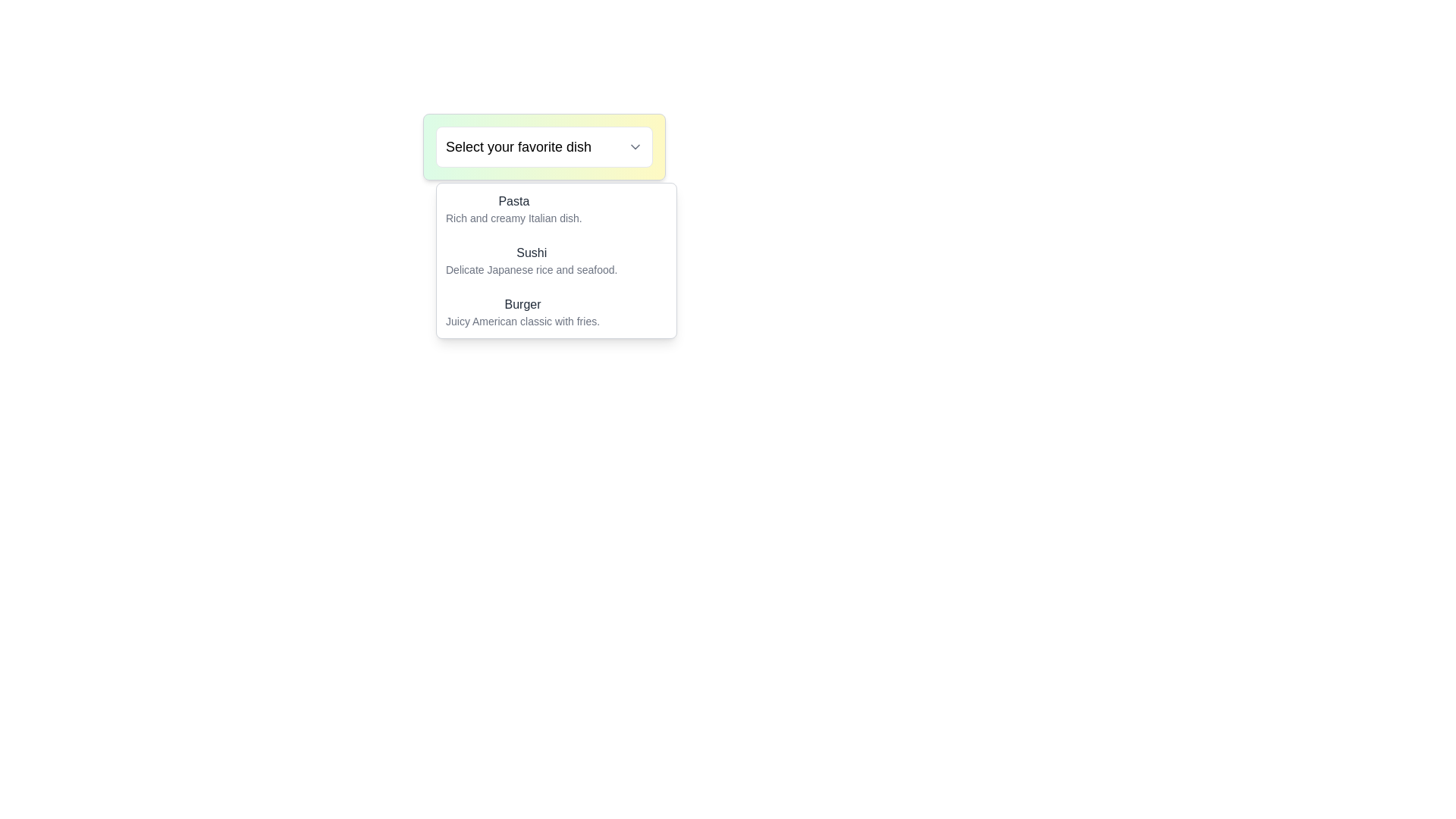 The width and height of the screenshot is (1456, 819). I want to click on text label displaying 'Juicy American classic with fries.' which is located below the 'Burger' title in the menu selection card, so click(522, 321).